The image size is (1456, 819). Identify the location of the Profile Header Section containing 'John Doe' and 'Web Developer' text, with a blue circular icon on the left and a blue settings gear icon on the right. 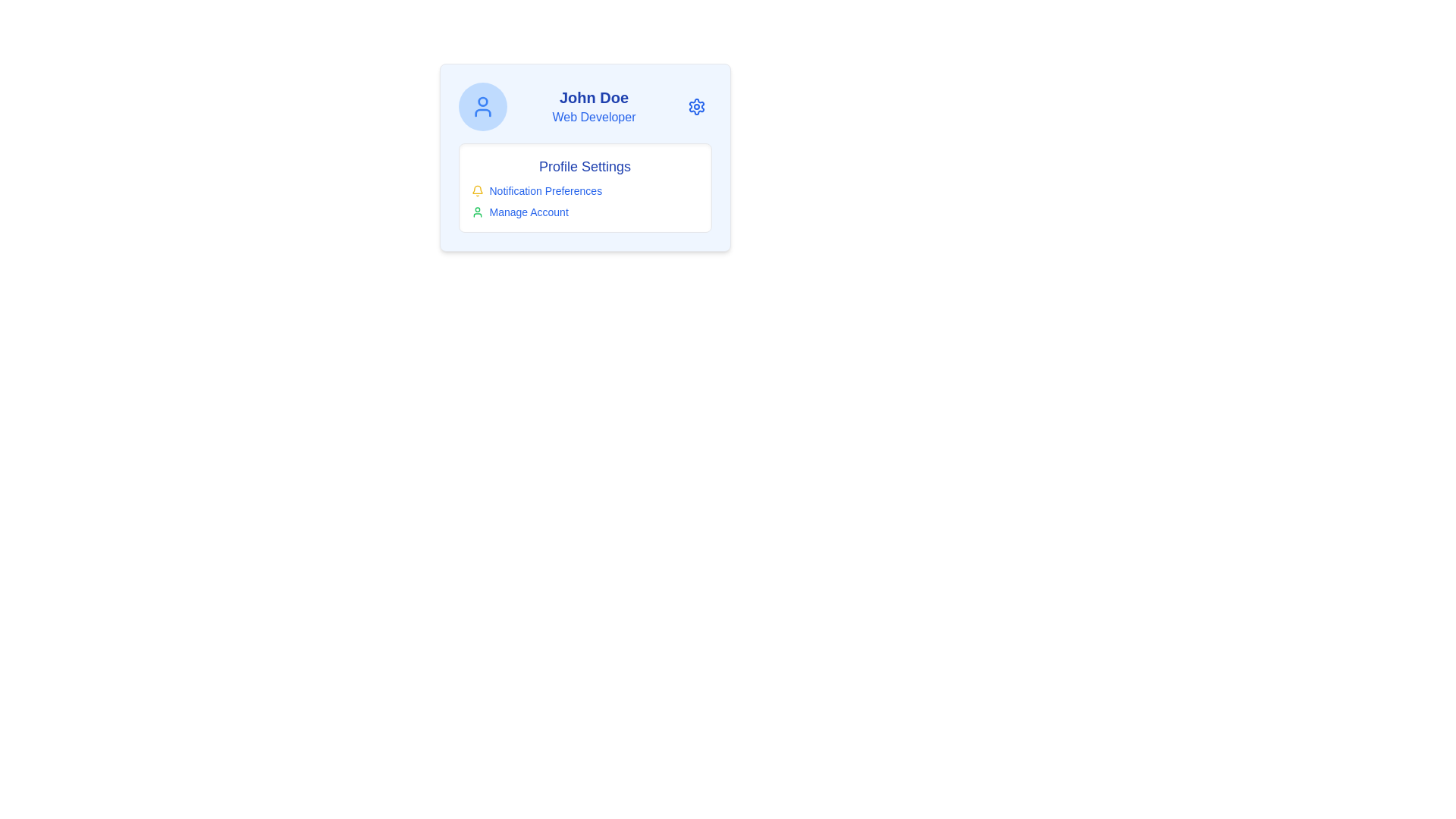
(584, 106).